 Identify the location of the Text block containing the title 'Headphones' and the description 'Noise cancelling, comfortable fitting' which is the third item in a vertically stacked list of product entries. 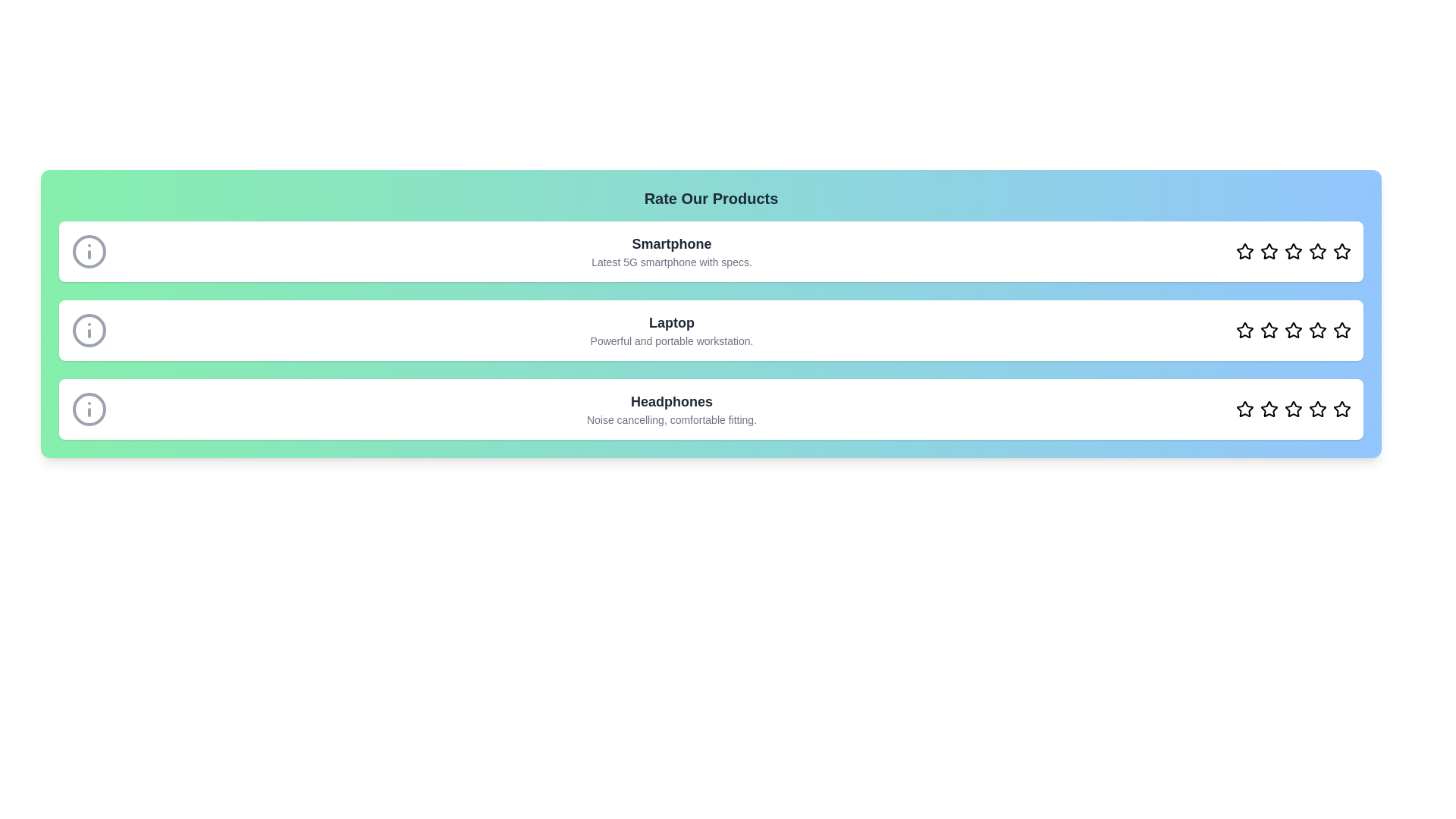
(671, 409).